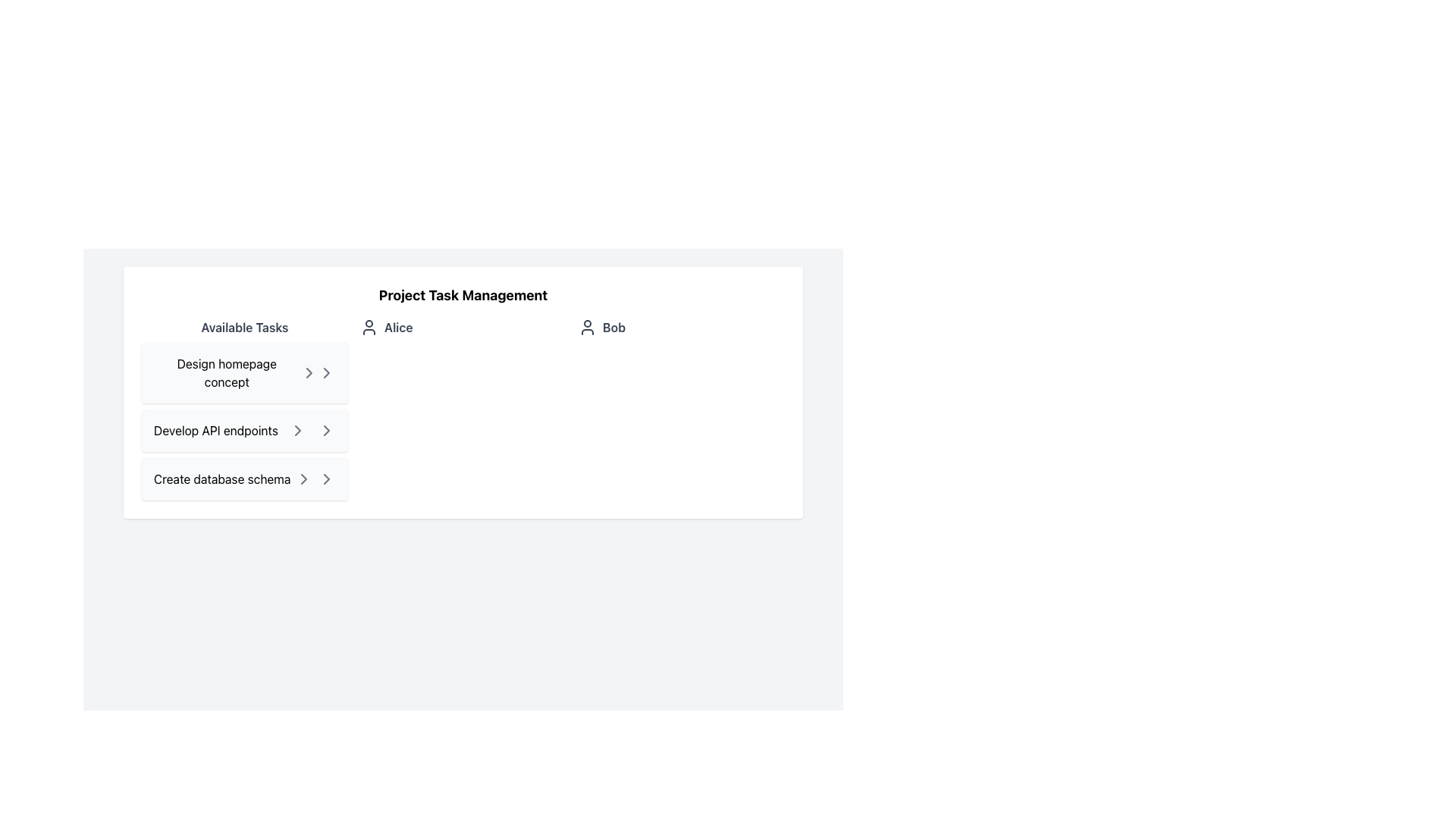 This screenshot has width=1456, height=819. Describe the element at coordinates (303, 479) in the screenshot. I see `the first chevron icon located to the right of the text 'Create database schema' in the third row of the vertical list` at that location.